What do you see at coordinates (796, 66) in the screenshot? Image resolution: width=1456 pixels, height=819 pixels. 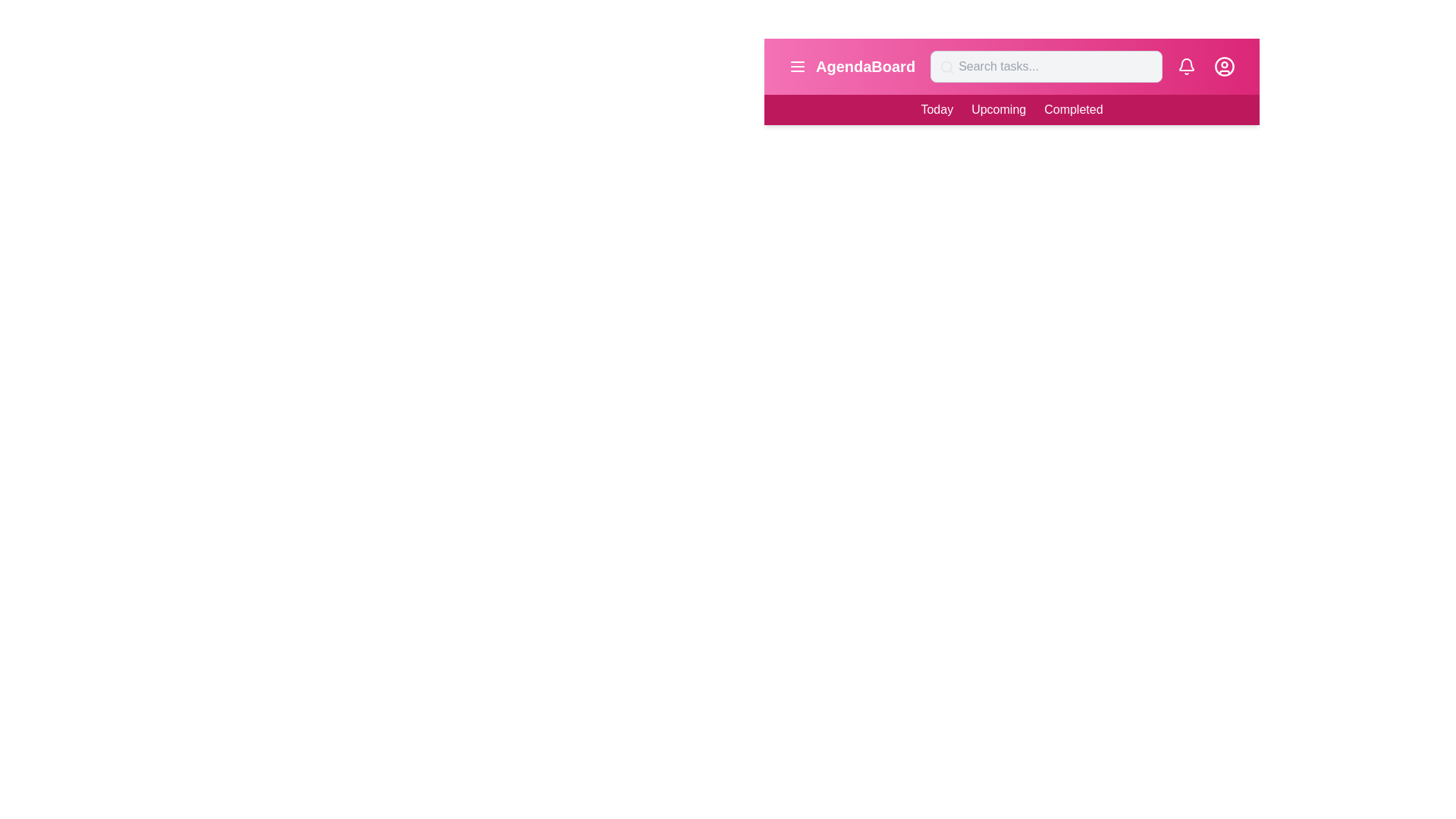 I see `menu icon to toggle the menu visibility` at bounding box center [796, 66].